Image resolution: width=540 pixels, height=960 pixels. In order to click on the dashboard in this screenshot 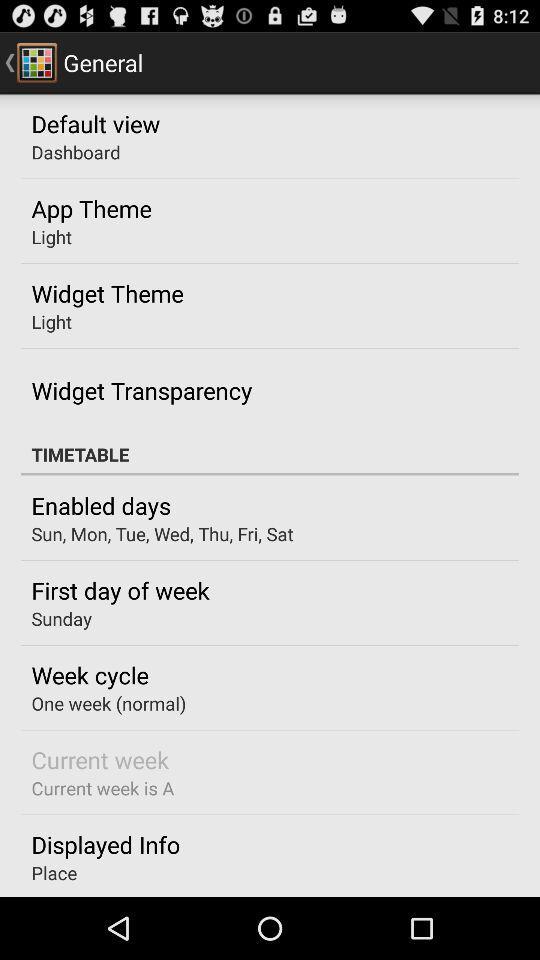, I will do `click(75, 151)`.